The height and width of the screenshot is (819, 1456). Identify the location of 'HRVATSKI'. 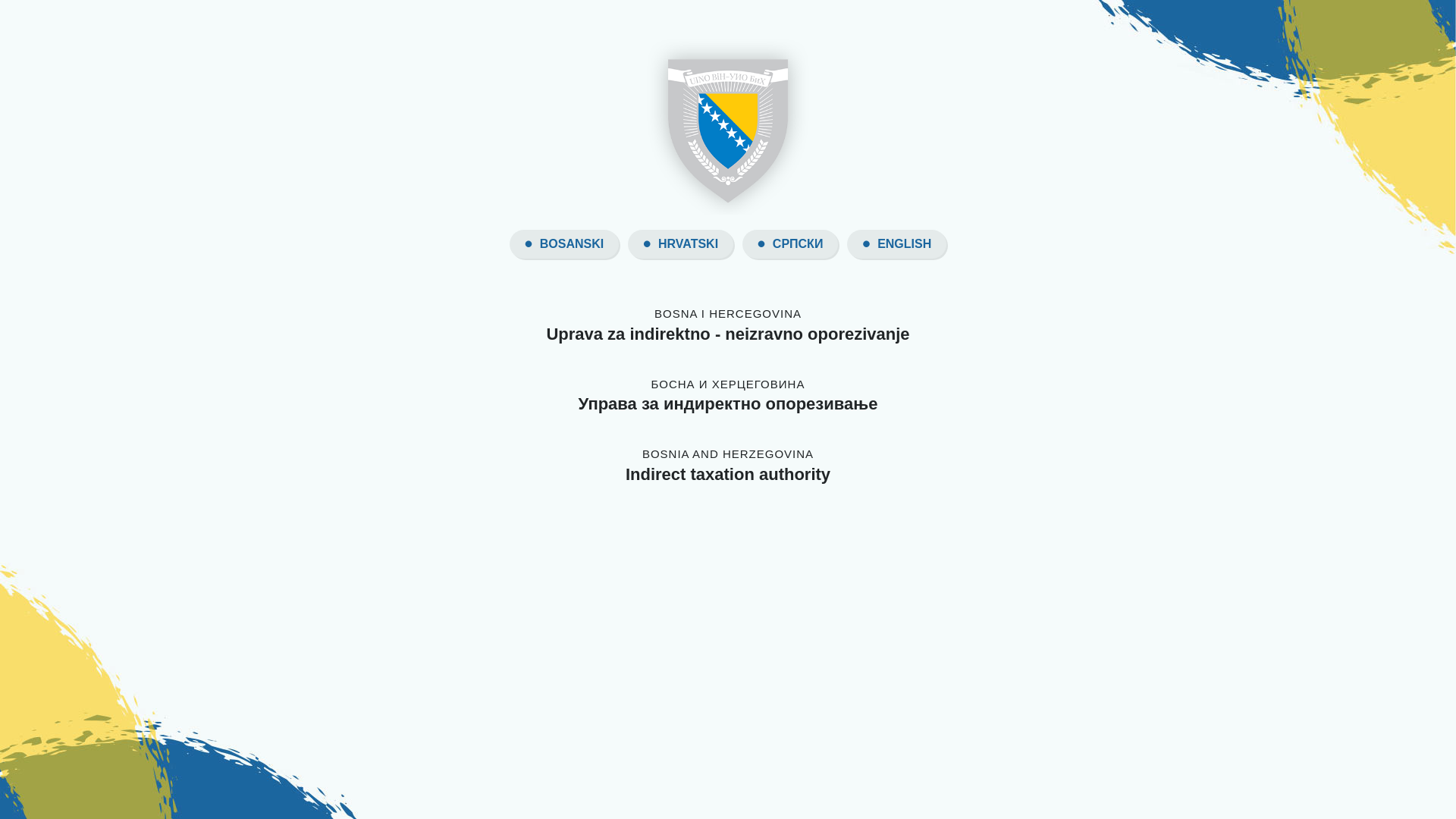
(687, 243).